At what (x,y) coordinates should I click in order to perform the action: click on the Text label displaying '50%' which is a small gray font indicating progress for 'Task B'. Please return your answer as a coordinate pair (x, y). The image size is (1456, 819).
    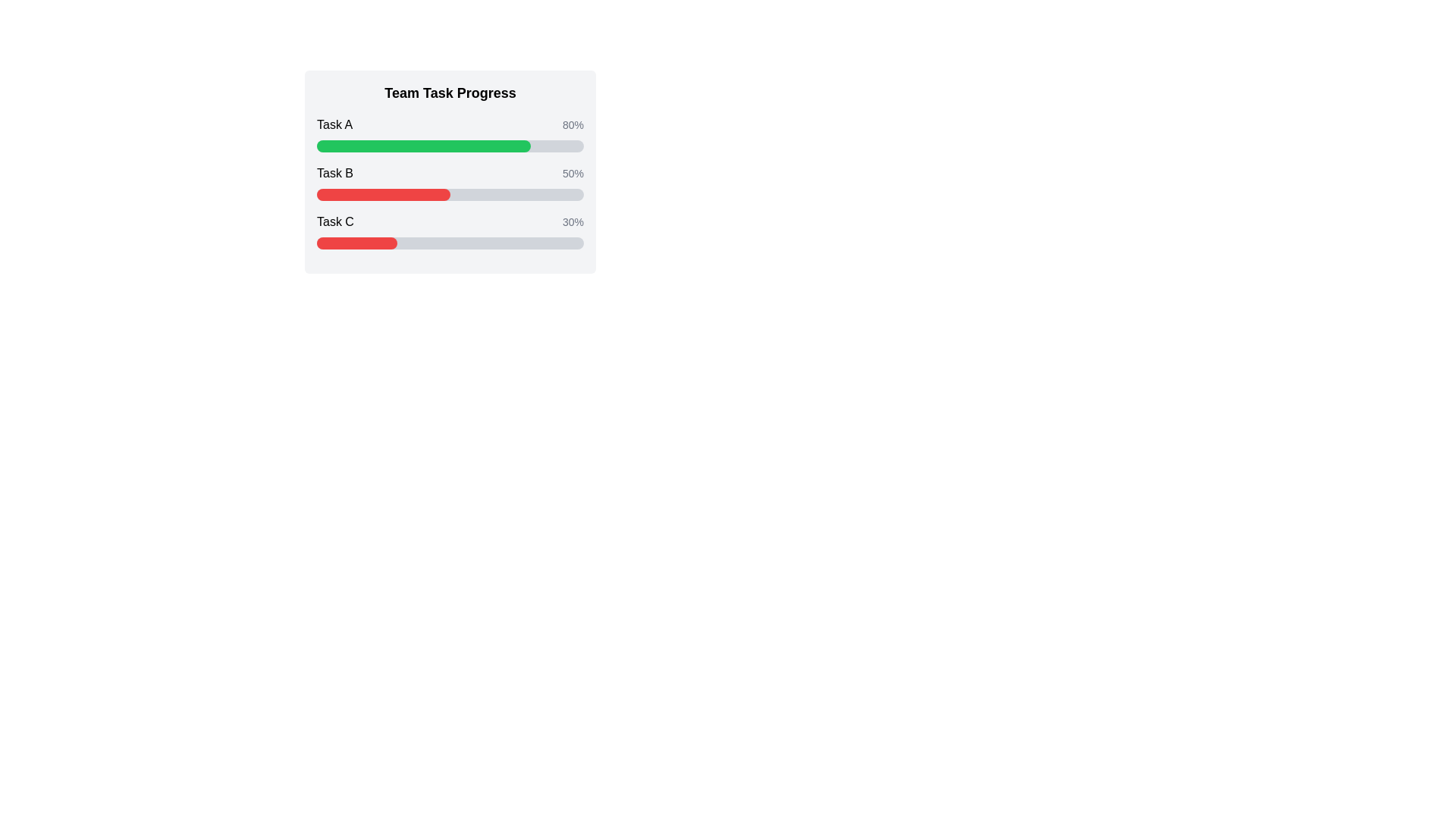
    Looking at the image, I should click on (572, 172).